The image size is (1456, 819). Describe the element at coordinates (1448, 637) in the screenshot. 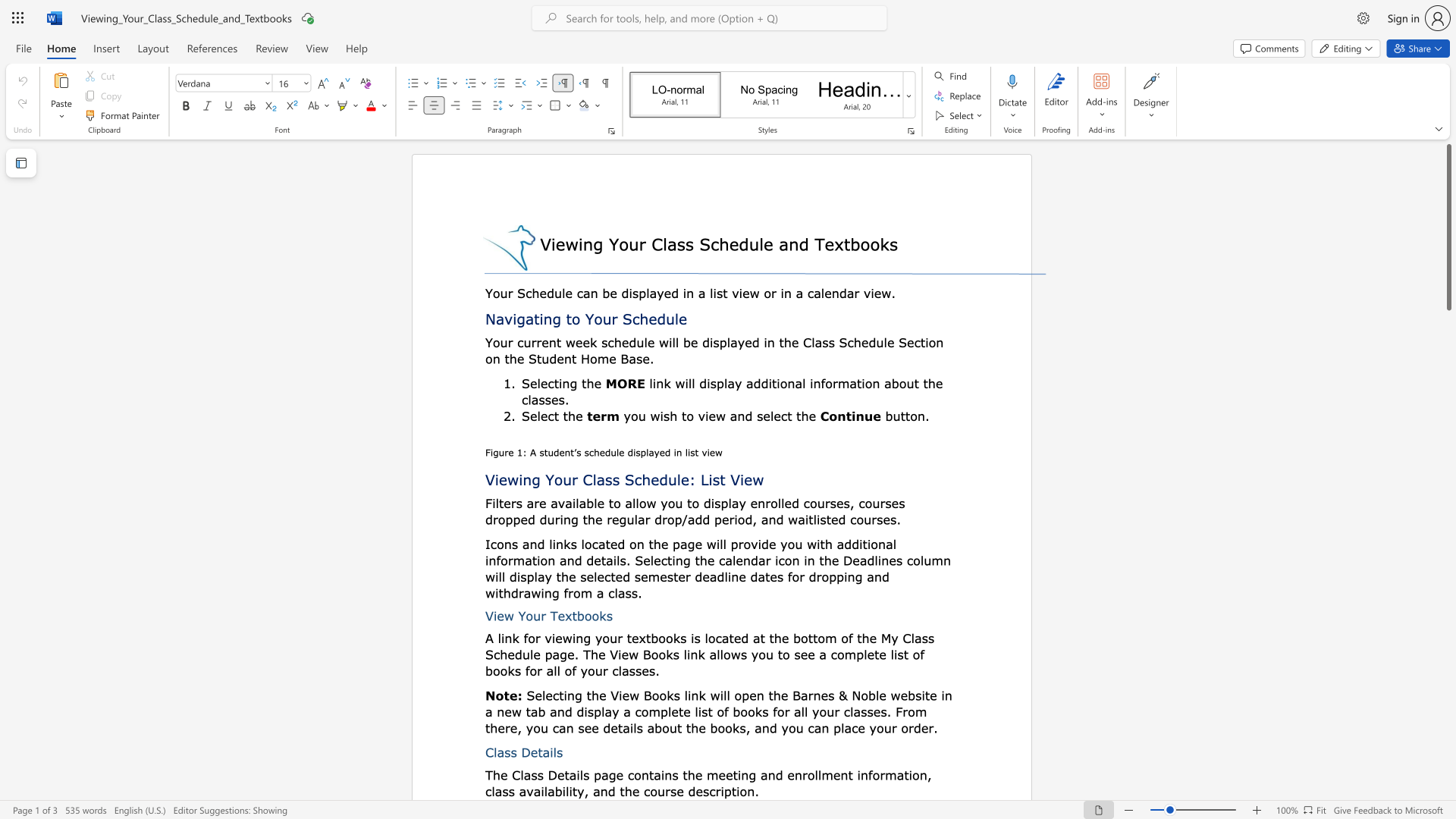

I see `the scrollbar on the right to move the page downward` at that location.